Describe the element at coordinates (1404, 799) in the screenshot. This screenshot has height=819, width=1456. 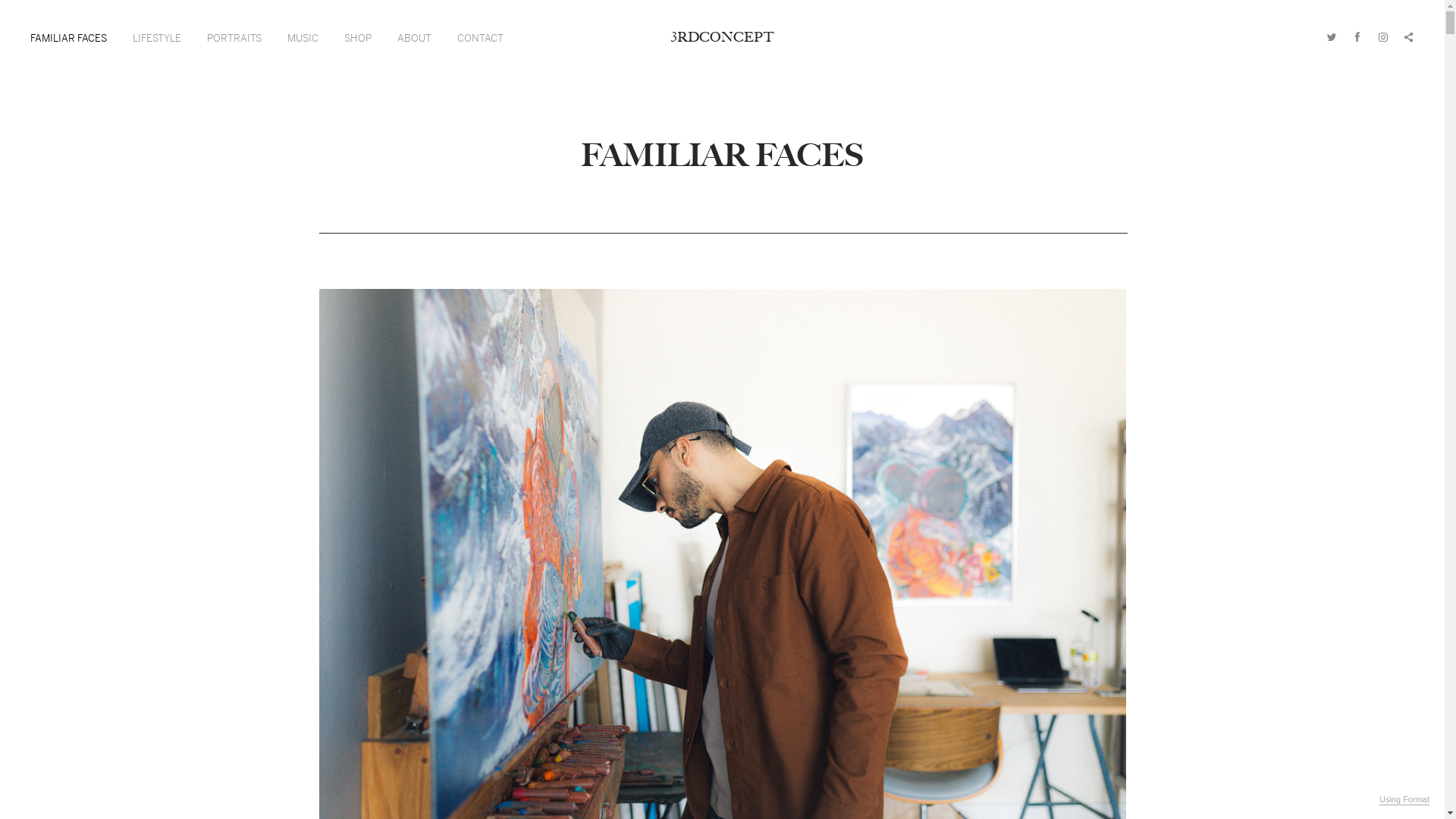
I see `'Using Format'` at that location.